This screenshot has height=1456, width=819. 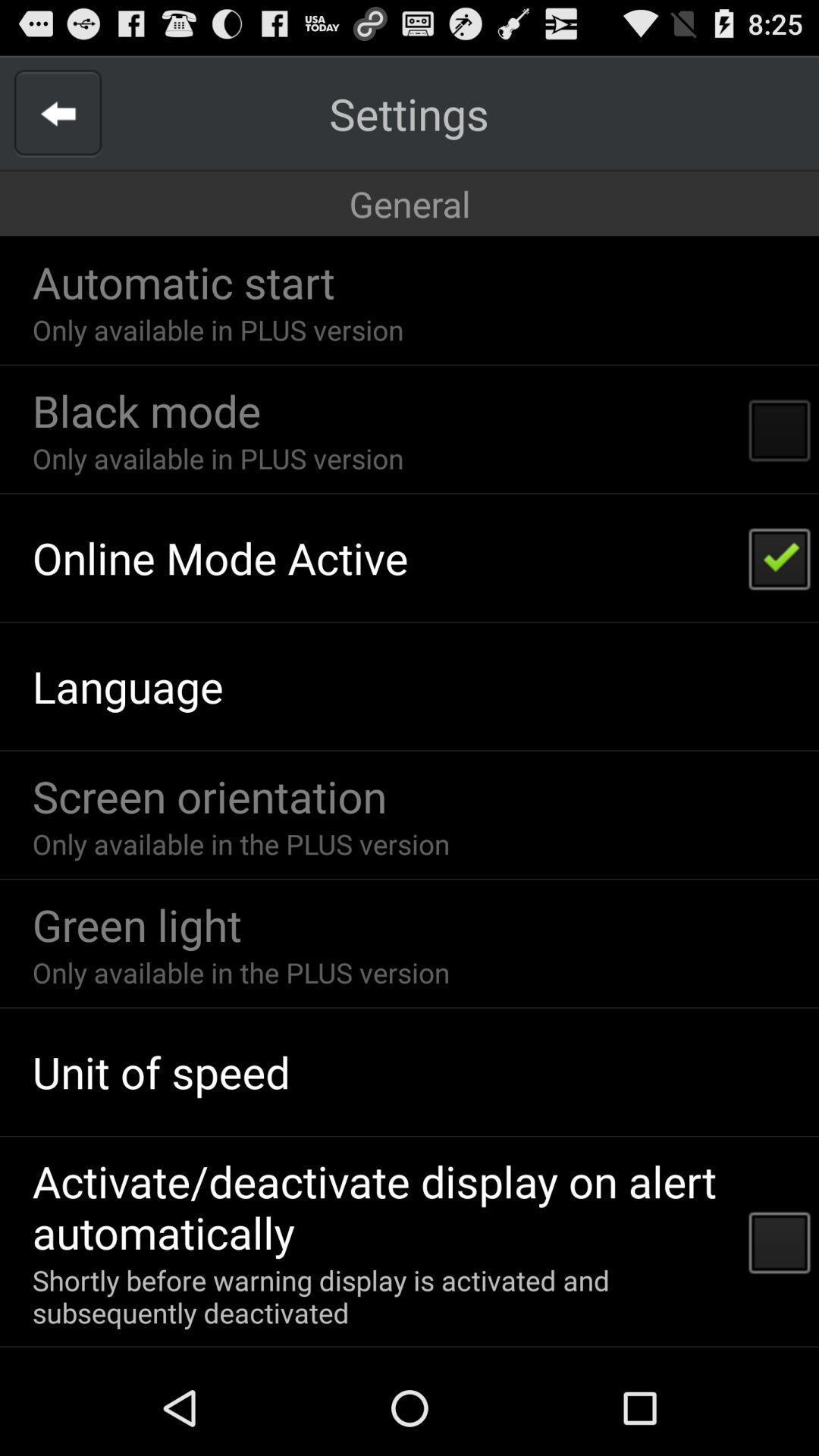 What do you see at coordinates (408, 112) in the screenshot?
I see `icon above general app` at bounding box center [408, 112].